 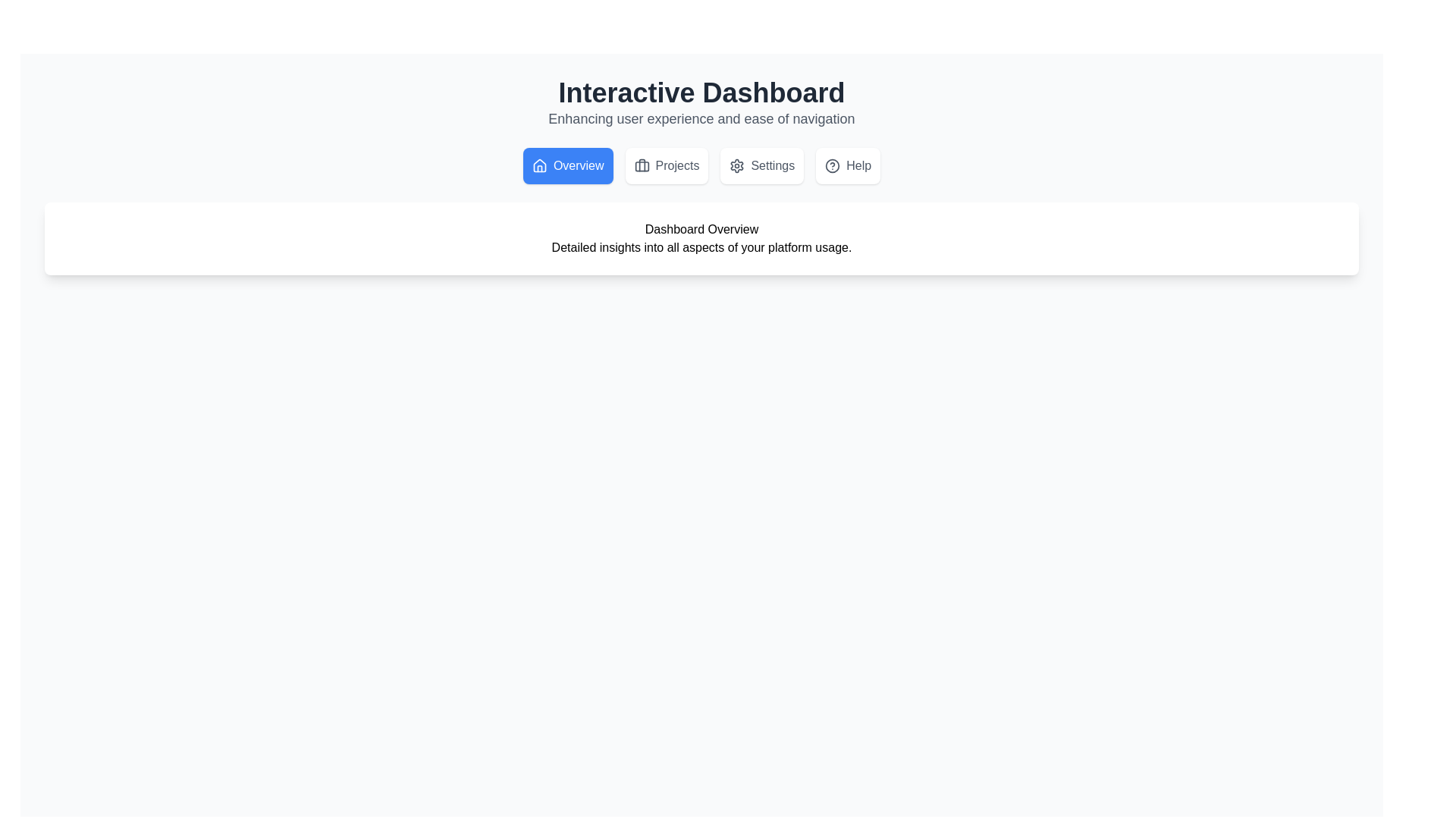 I want to click on the title Text element located at the top central section of the interface, just below the toolbar, which serves as a representation of the content below, so click(x=701, y=230).